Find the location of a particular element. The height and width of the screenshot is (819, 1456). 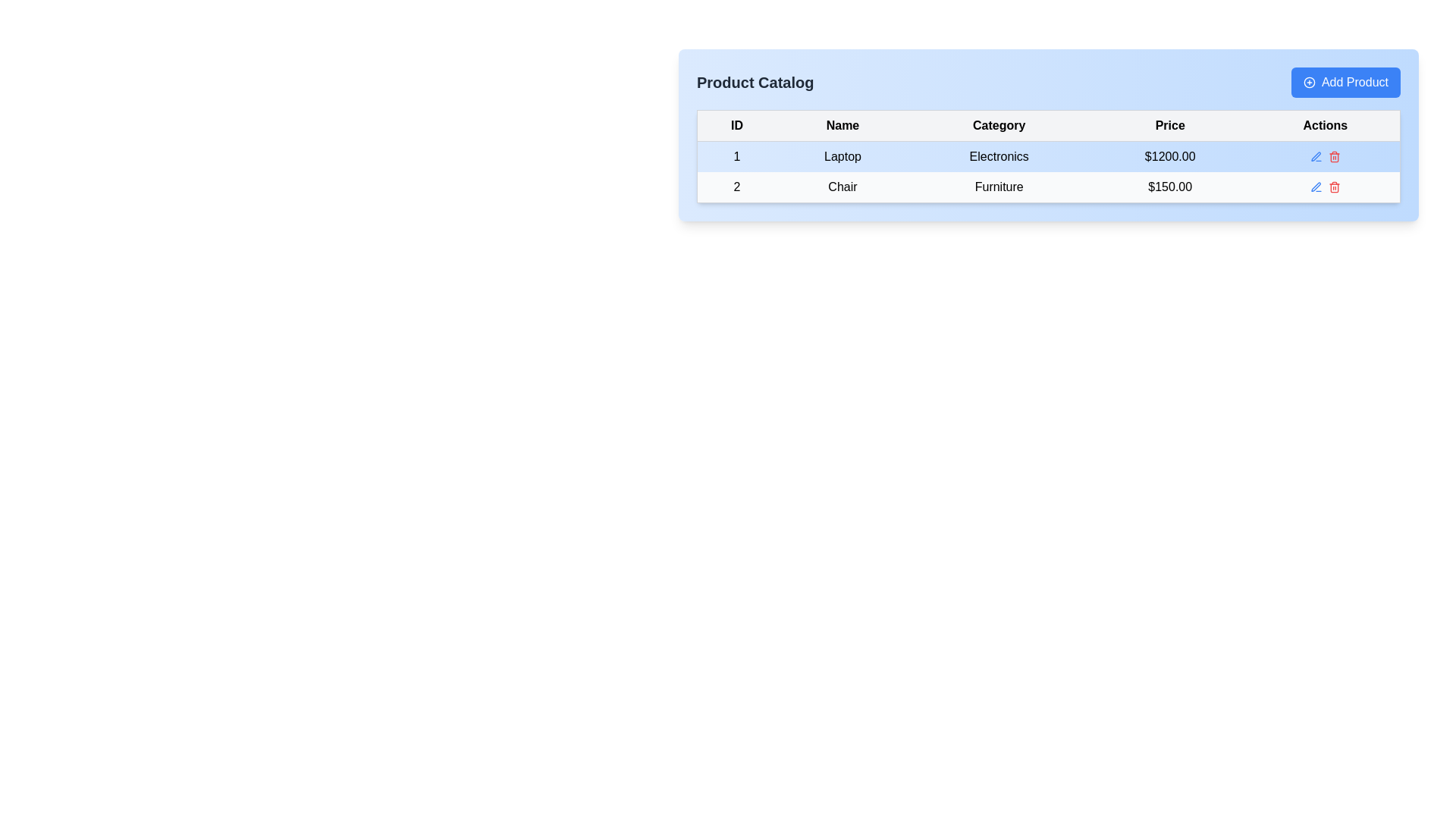

the 'Name' table header cell, which is the second column header in the table, presented in bold black font on a light gray background is located at coordinates (842, 124).